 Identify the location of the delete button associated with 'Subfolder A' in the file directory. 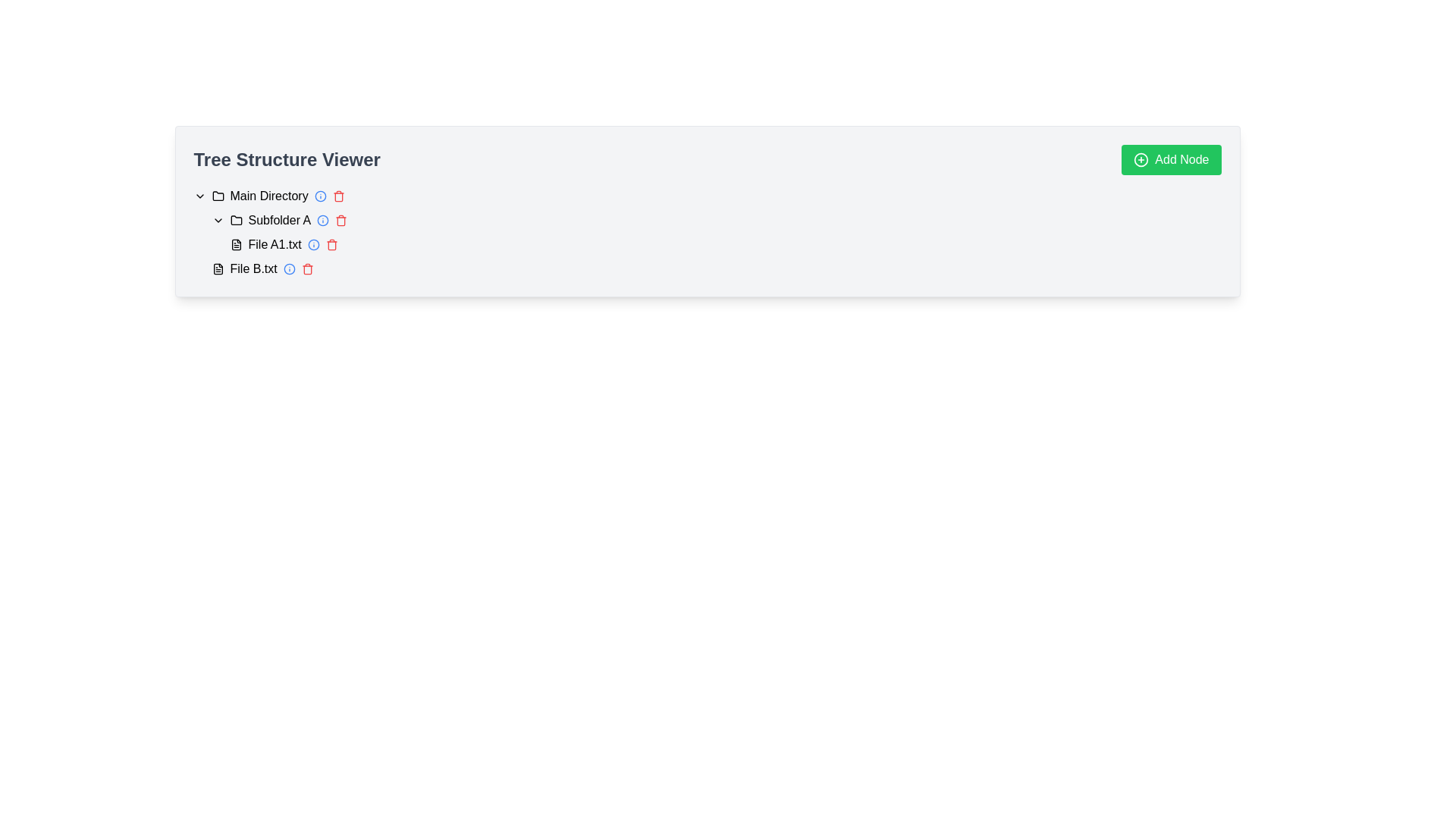
(340, 220).